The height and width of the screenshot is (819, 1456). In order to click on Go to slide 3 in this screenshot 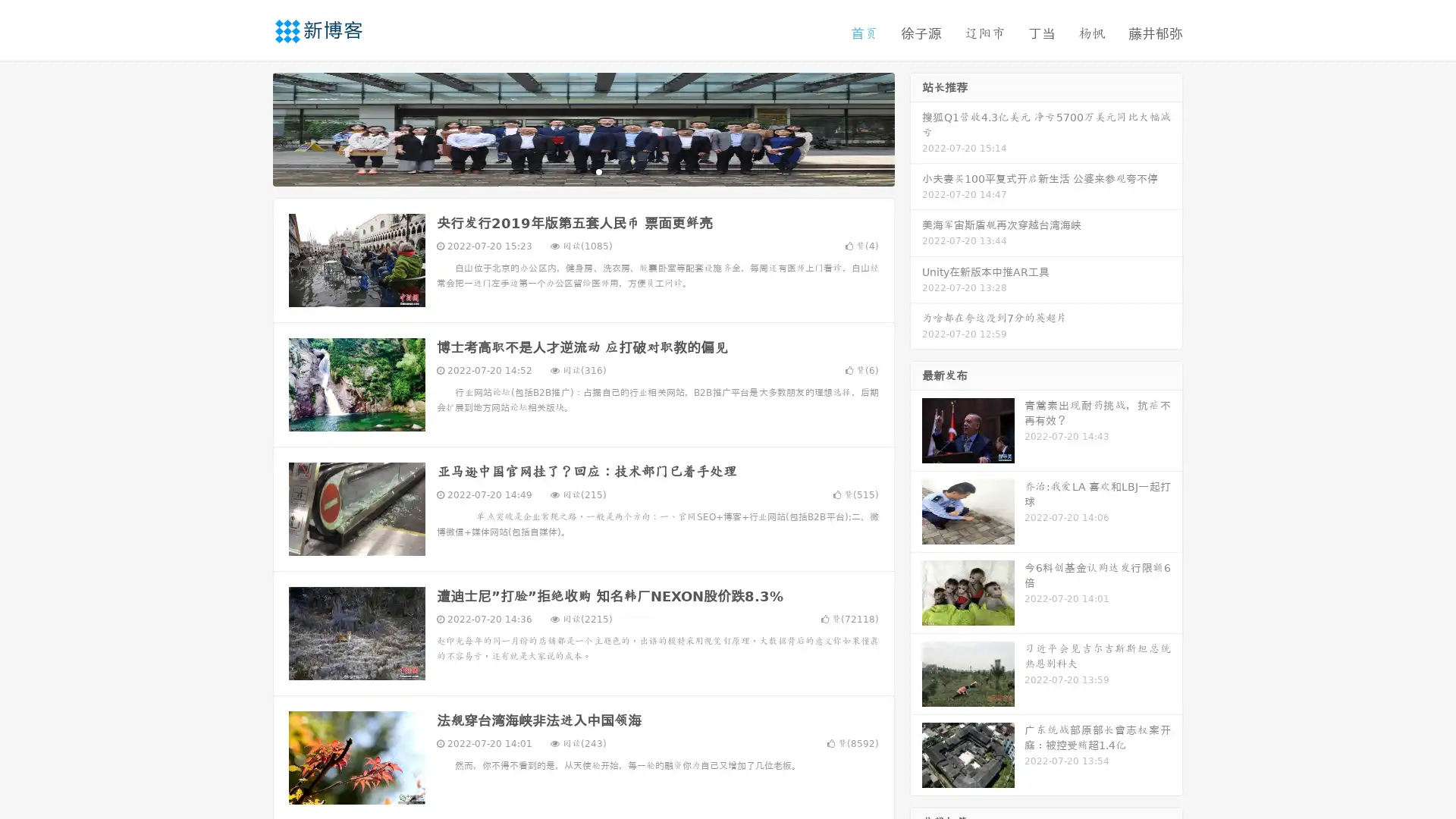, I will do `click(598, 171)`.